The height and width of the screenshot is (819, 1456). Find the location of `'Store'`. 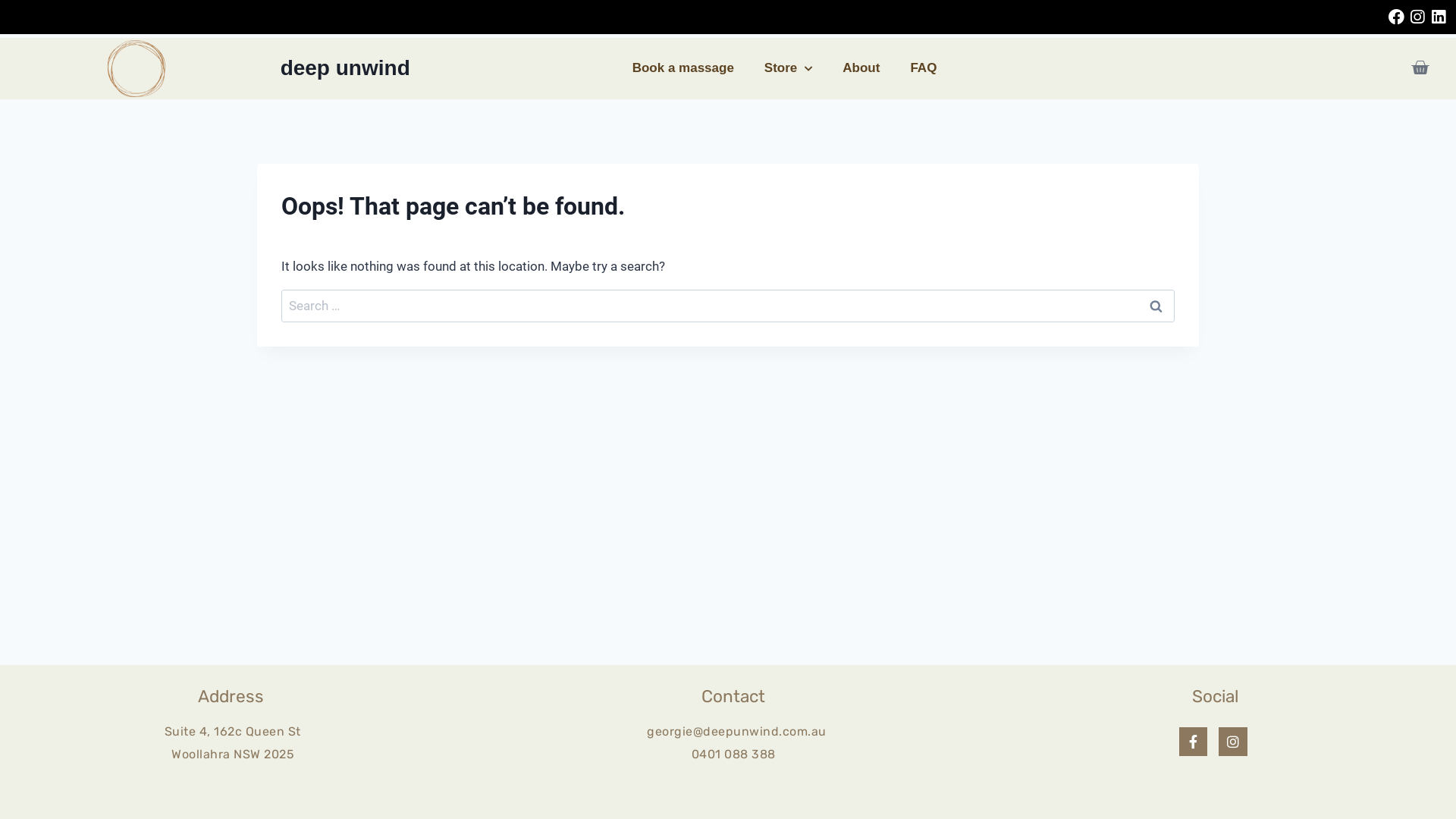

'Store' is located at coordinates (788, 67).